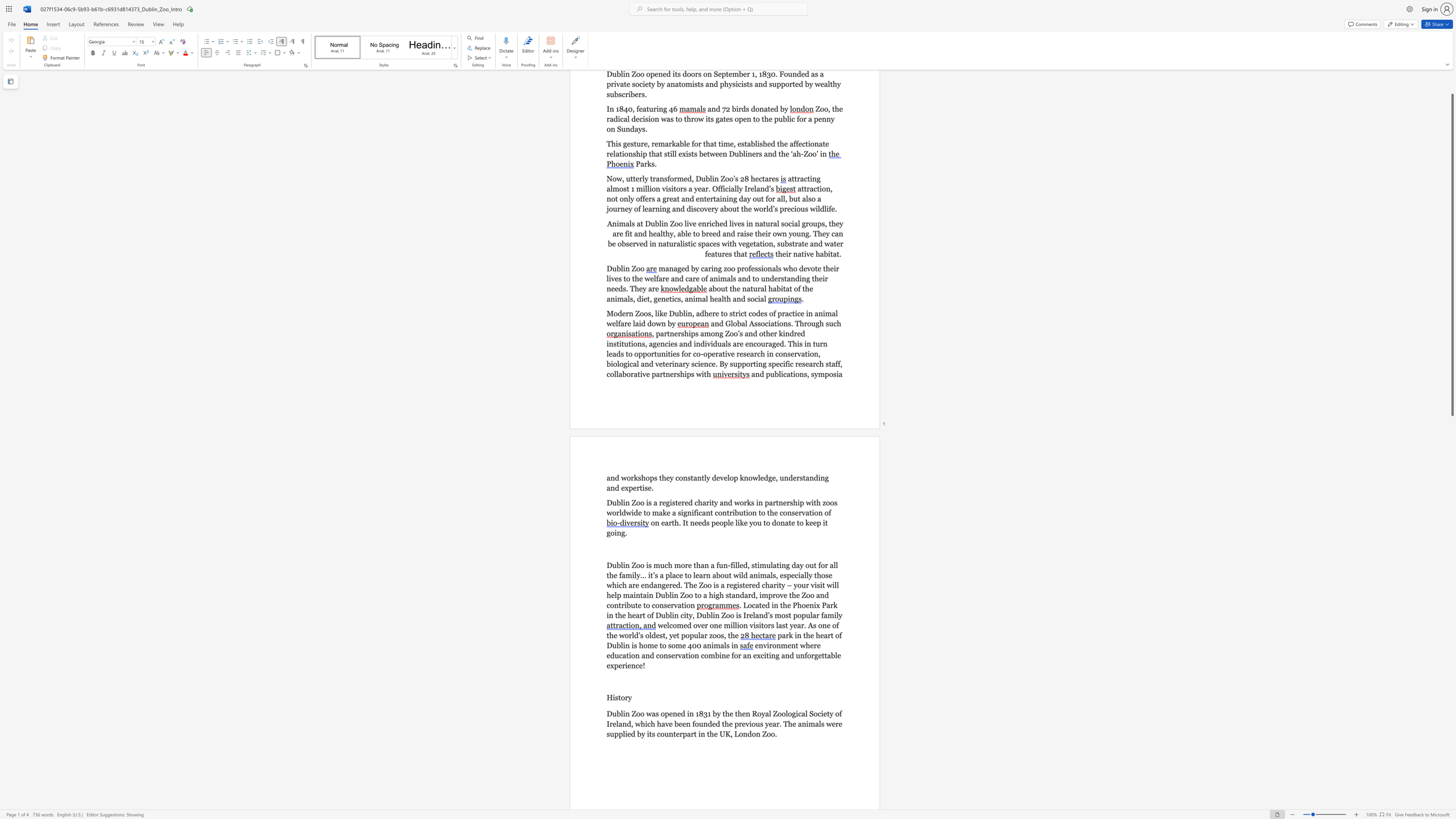 The width and height of the screenshot is (1456, 819). What do you see at coordinates (675, 575) in the screenshot?
I see `the subset text "ce to learn about wild" within the text "a place to learn about wild animals, especially those which are endangered. The Zoo is a registered charity – your visit will help"` at bounding box center [675, 575].